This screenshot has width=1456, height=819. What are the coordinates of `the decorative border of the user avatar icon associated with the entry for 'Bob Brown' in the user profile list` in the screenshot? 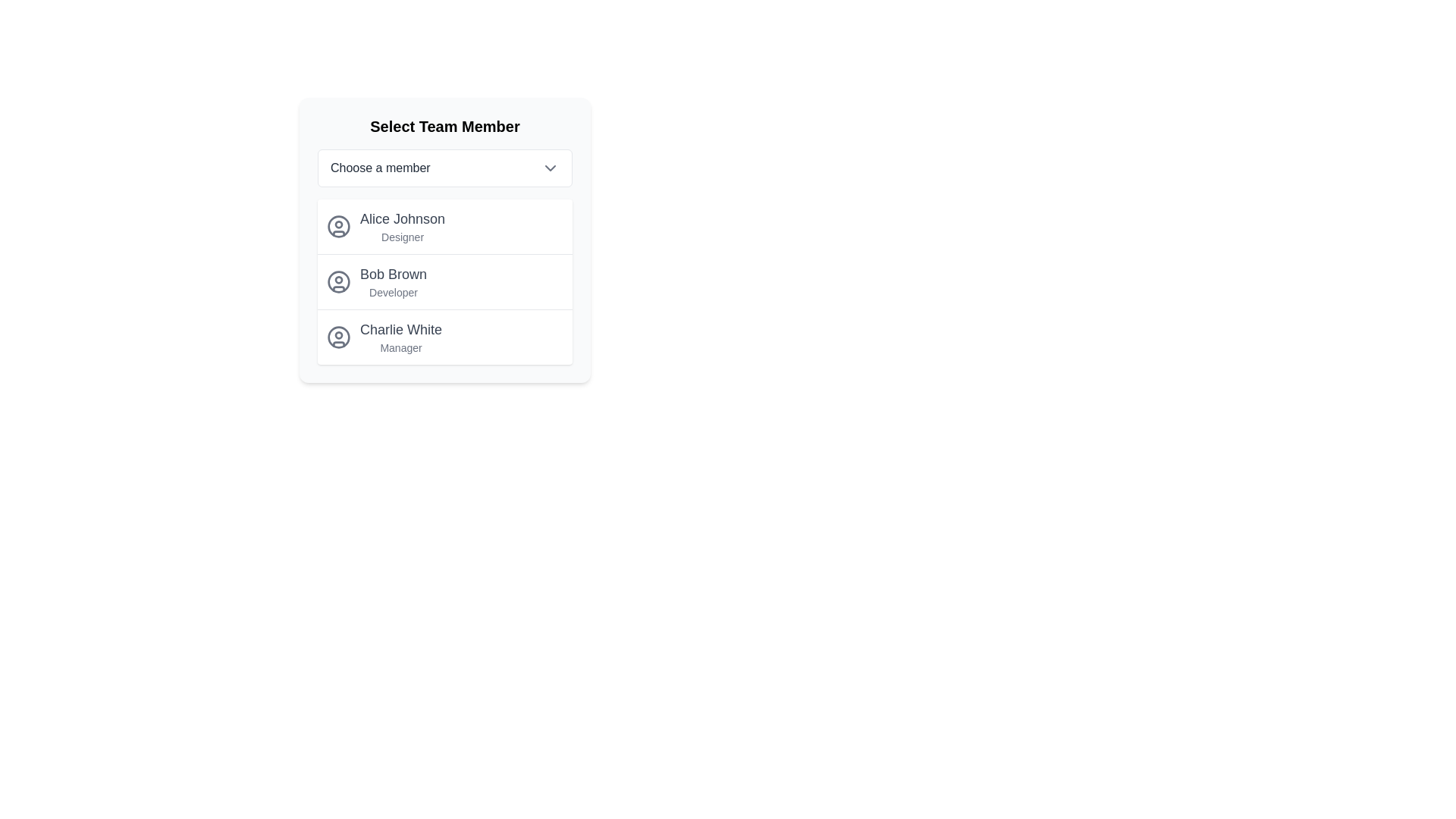 It's located at (337, 281).